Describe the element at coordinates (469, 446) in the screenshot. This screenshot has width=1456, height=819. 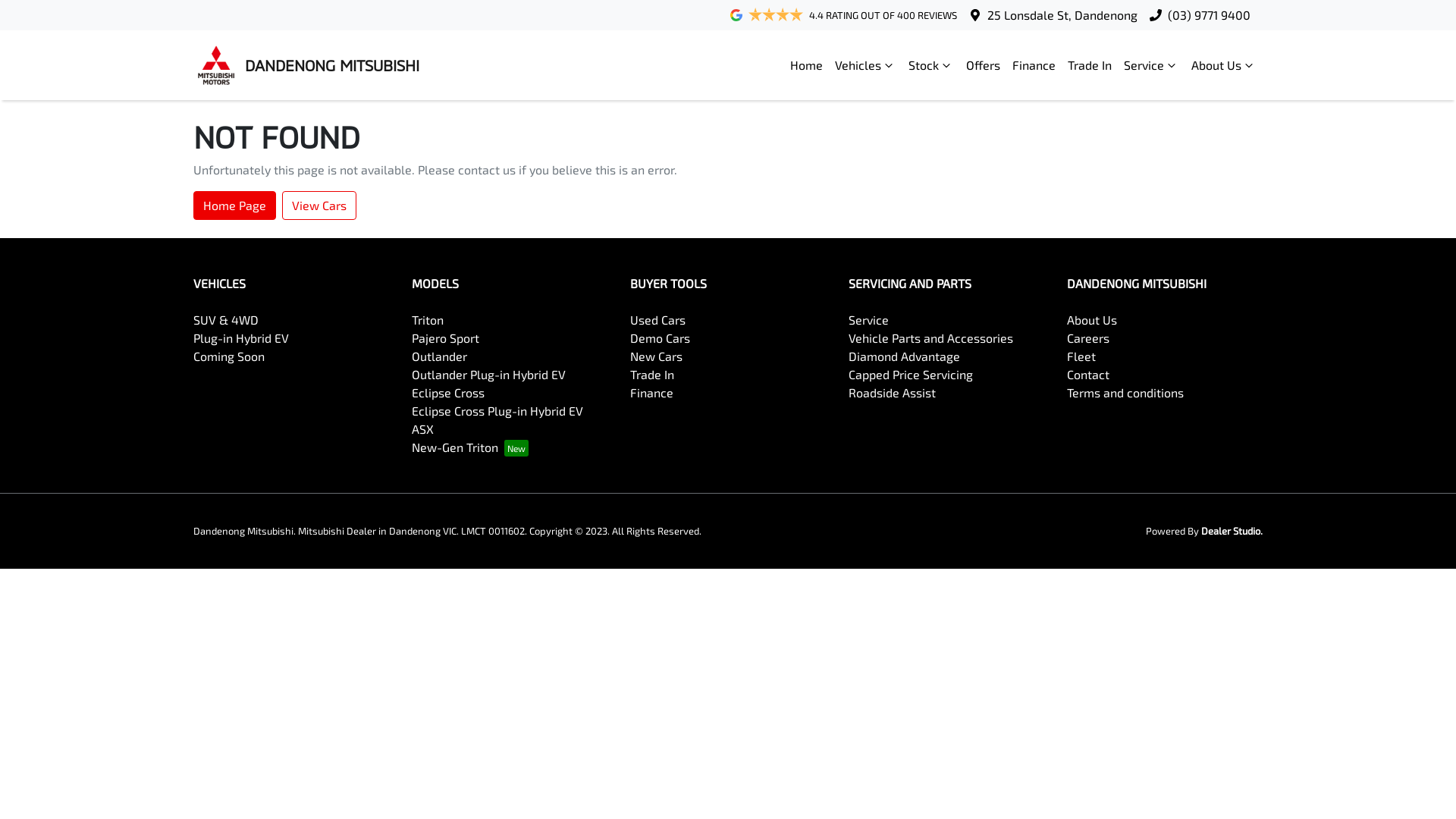
I see `'New-Gen Triton'` at that location.